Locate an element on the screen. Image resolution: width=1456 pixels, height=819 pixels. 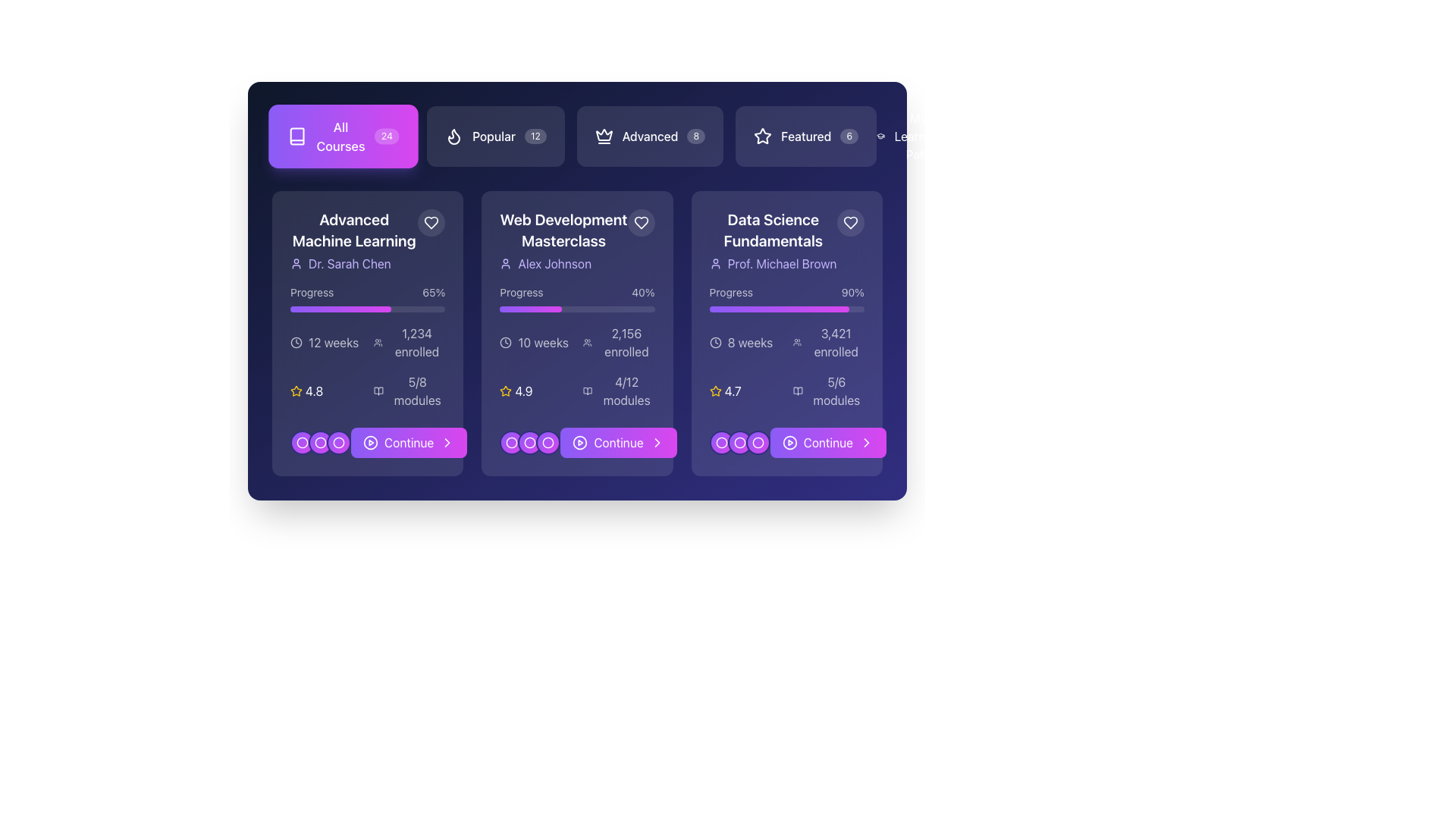
the circular indicator element located at the bottom of the Web Development Masterclass course card, which serves as a navigation indicator is located at coordinates (512, 442).